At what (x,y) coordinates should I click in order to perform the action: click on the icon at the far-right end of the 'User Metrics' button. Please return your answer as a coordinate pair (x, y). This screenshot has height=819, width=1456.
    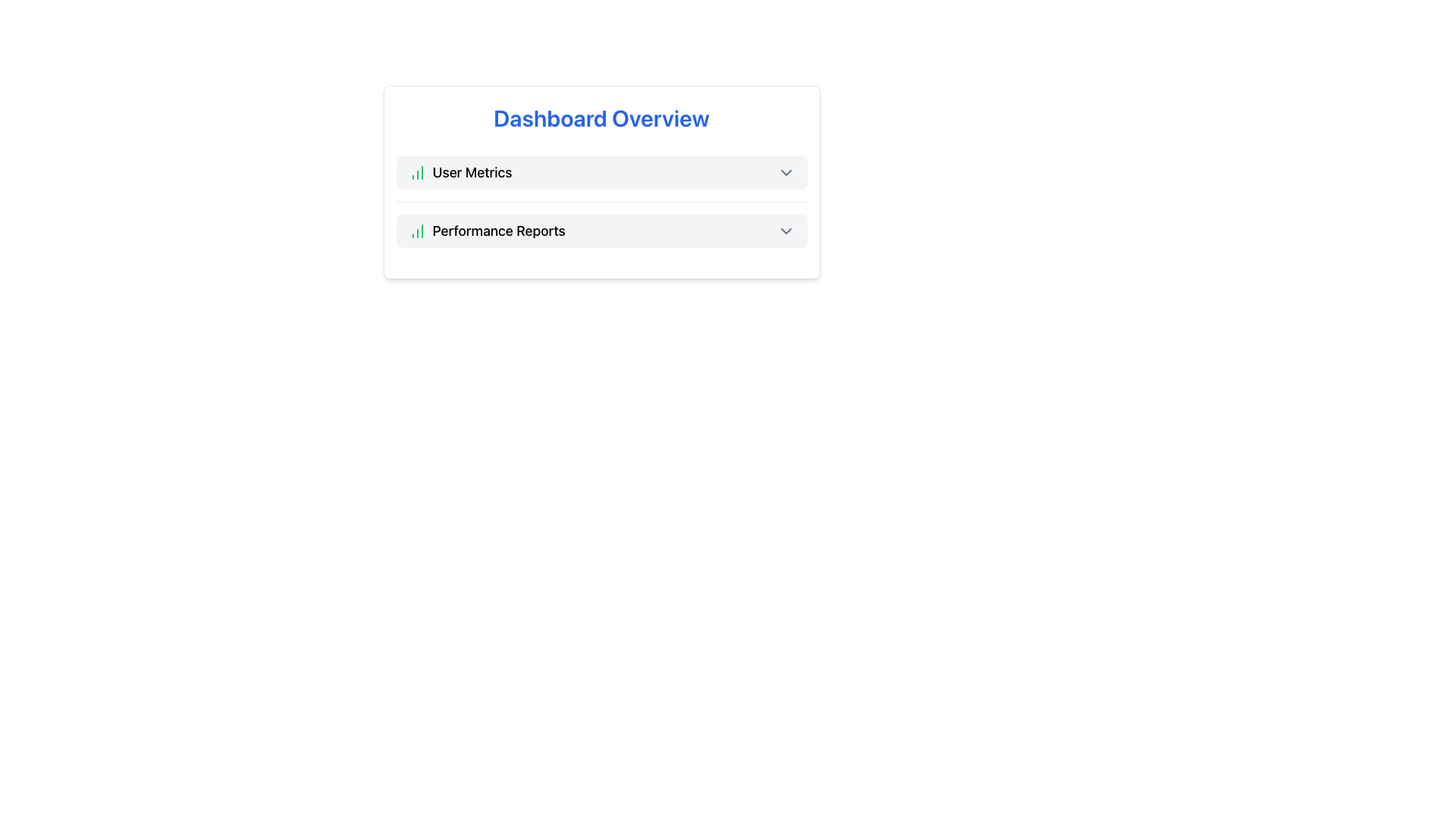
    Looking at the image, I should click on (786, 171).